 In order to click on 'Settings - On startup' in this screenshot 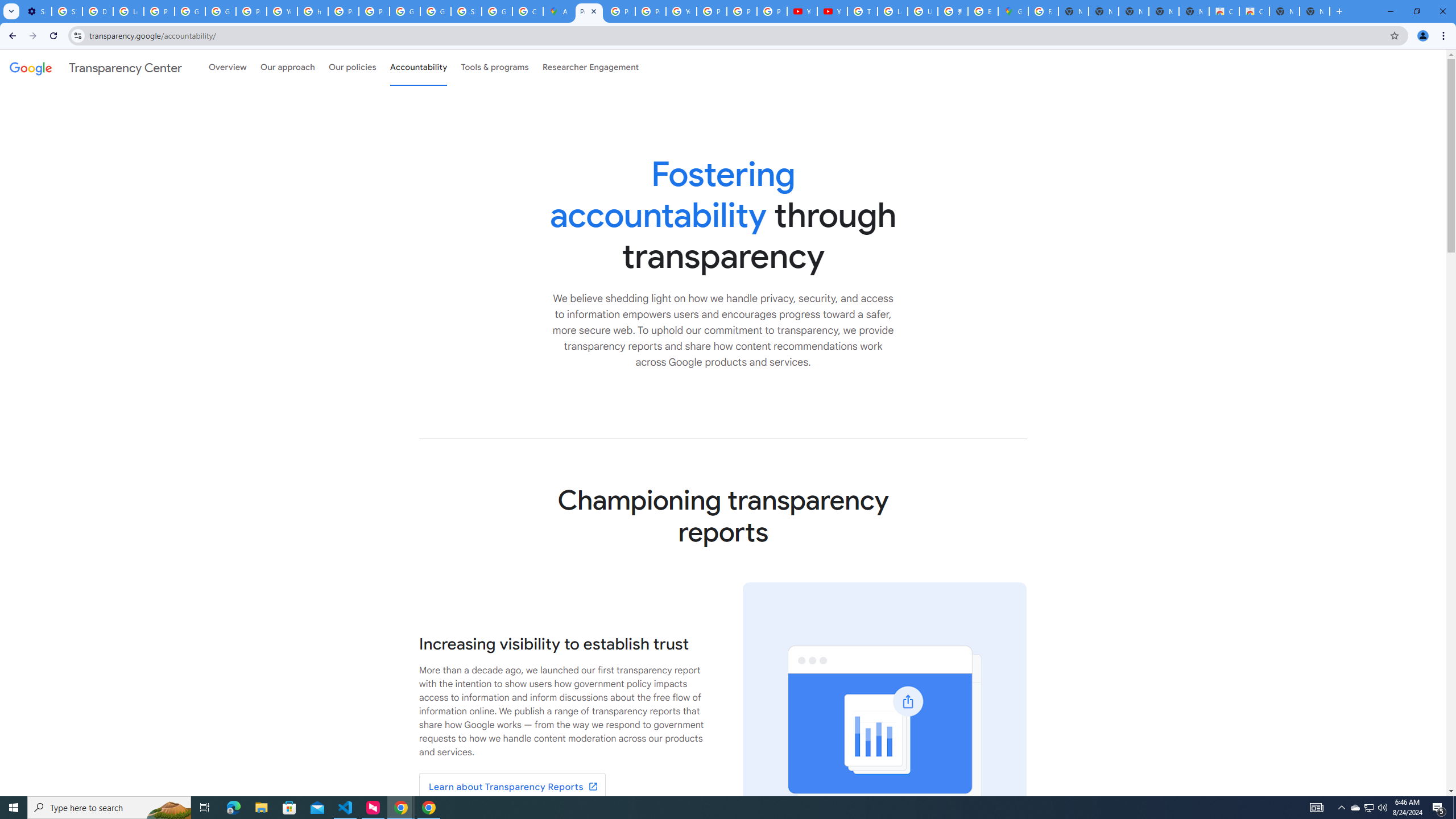, I will do `click(36, 11)`.